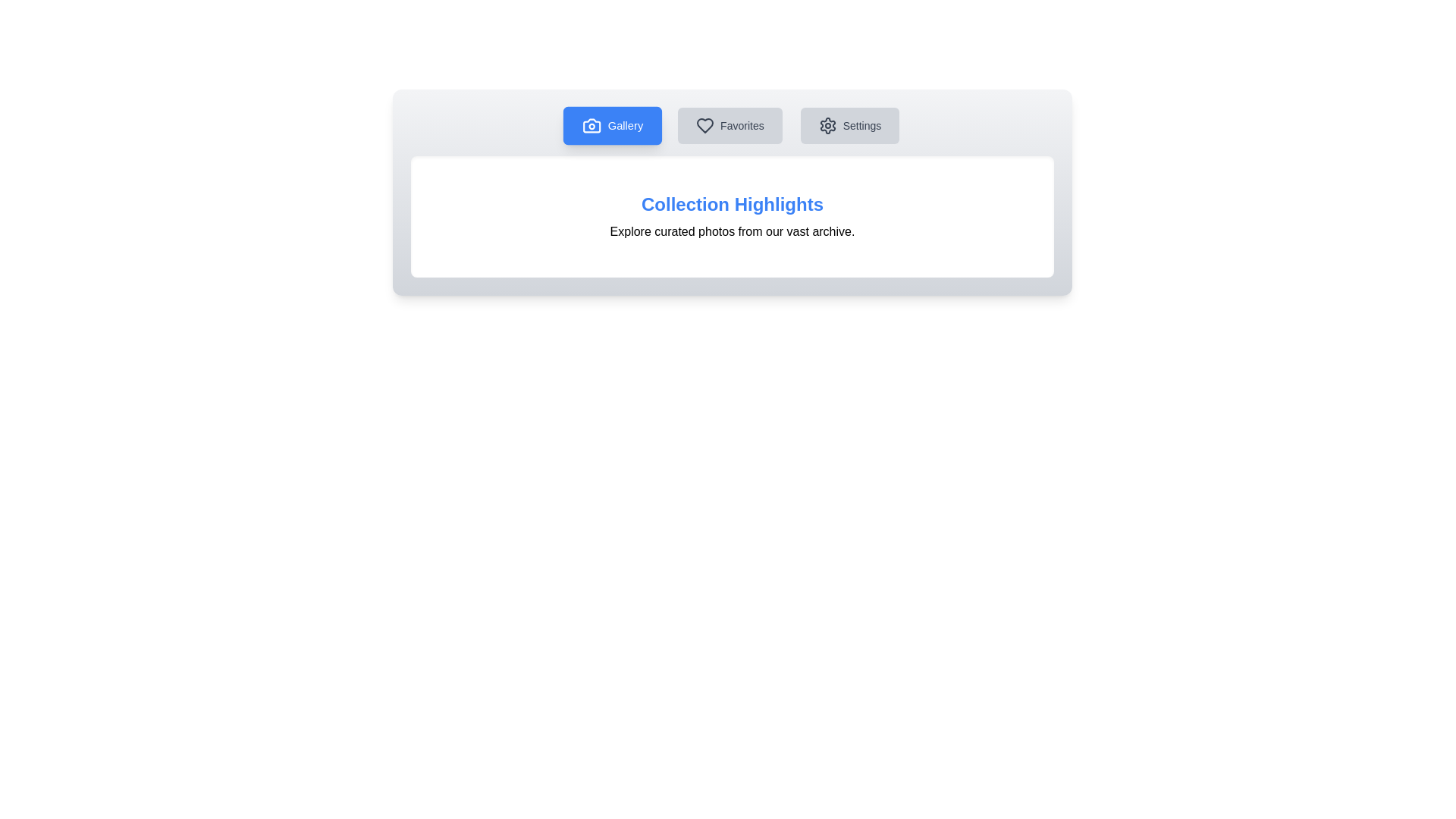  What do you see at coordinates (611, 124) in the screenshot?
I see `the Gallery tab` at bounding box center [611, 124].